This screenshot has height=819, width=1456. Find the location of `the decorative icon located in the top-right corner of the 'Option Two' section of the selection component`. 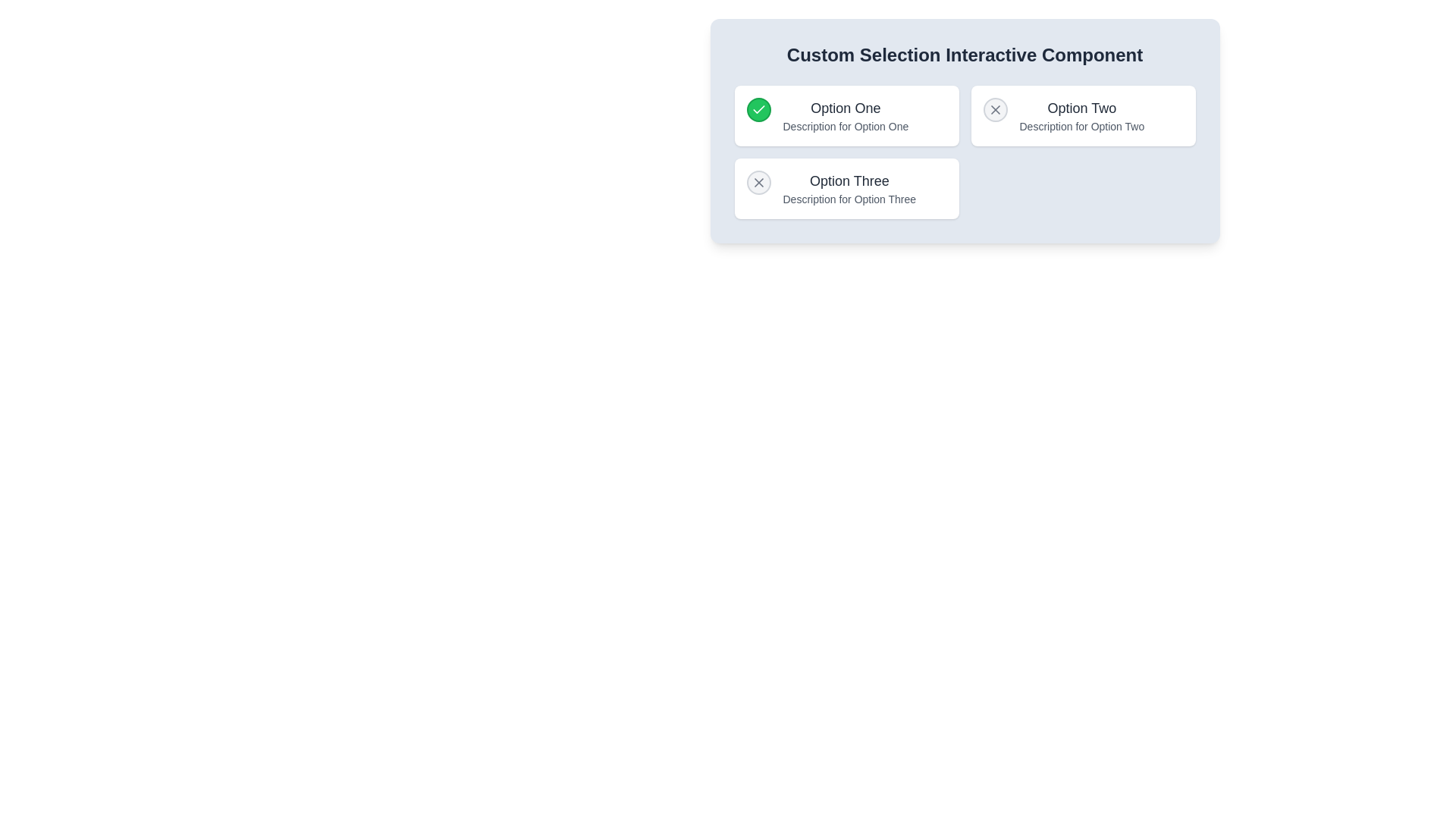

the decorative icon located in the top-right corner of the 'Option Two' section of the selection component is located at coordinates (995, 109).